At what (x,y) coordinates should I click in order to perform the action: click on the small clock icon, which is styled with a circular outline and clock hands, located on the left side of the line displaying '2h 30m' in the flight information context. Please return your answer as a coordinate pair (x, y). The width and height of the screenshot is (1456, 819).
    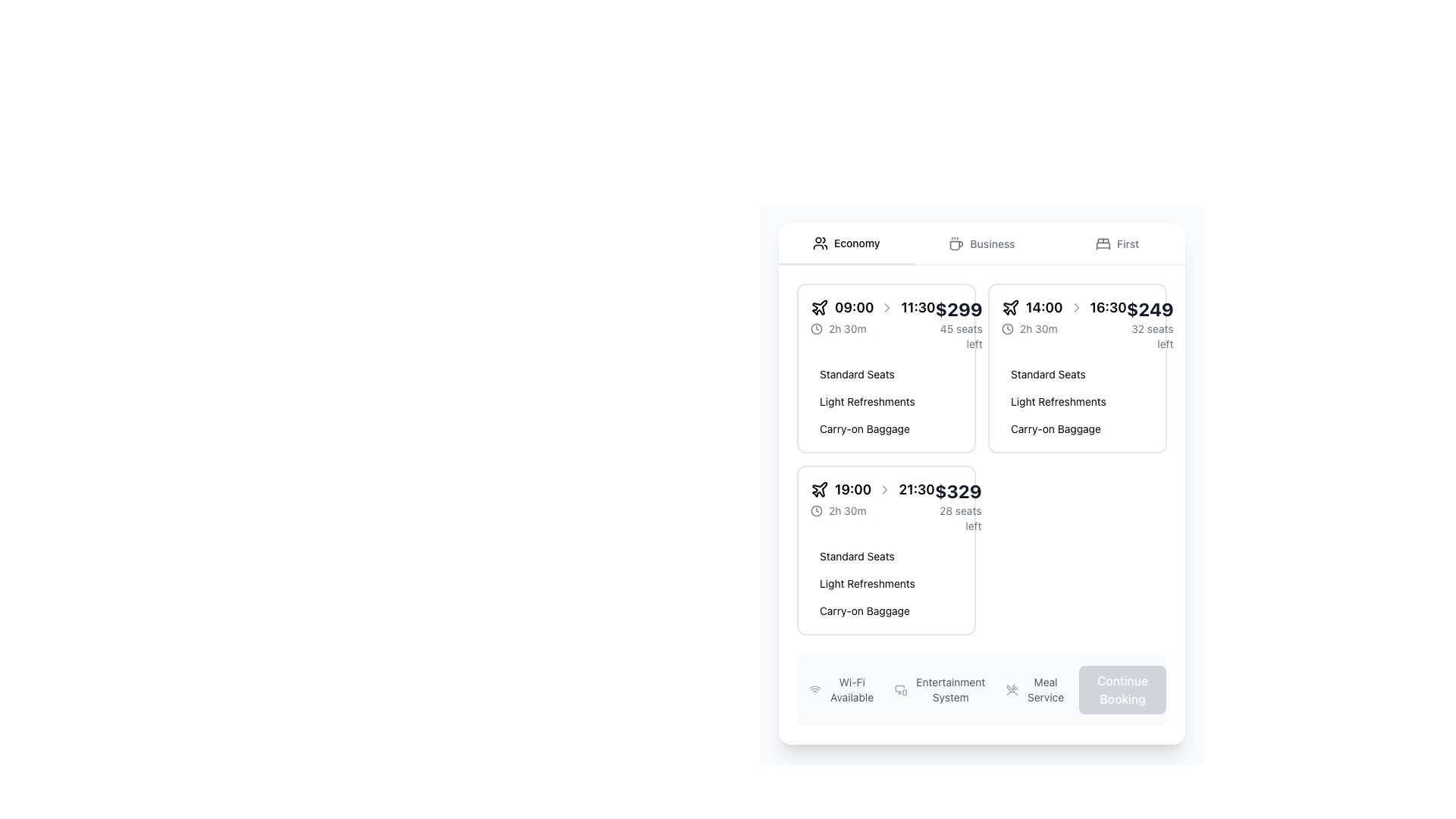
    Looking at the image, I should click on (815, 511).